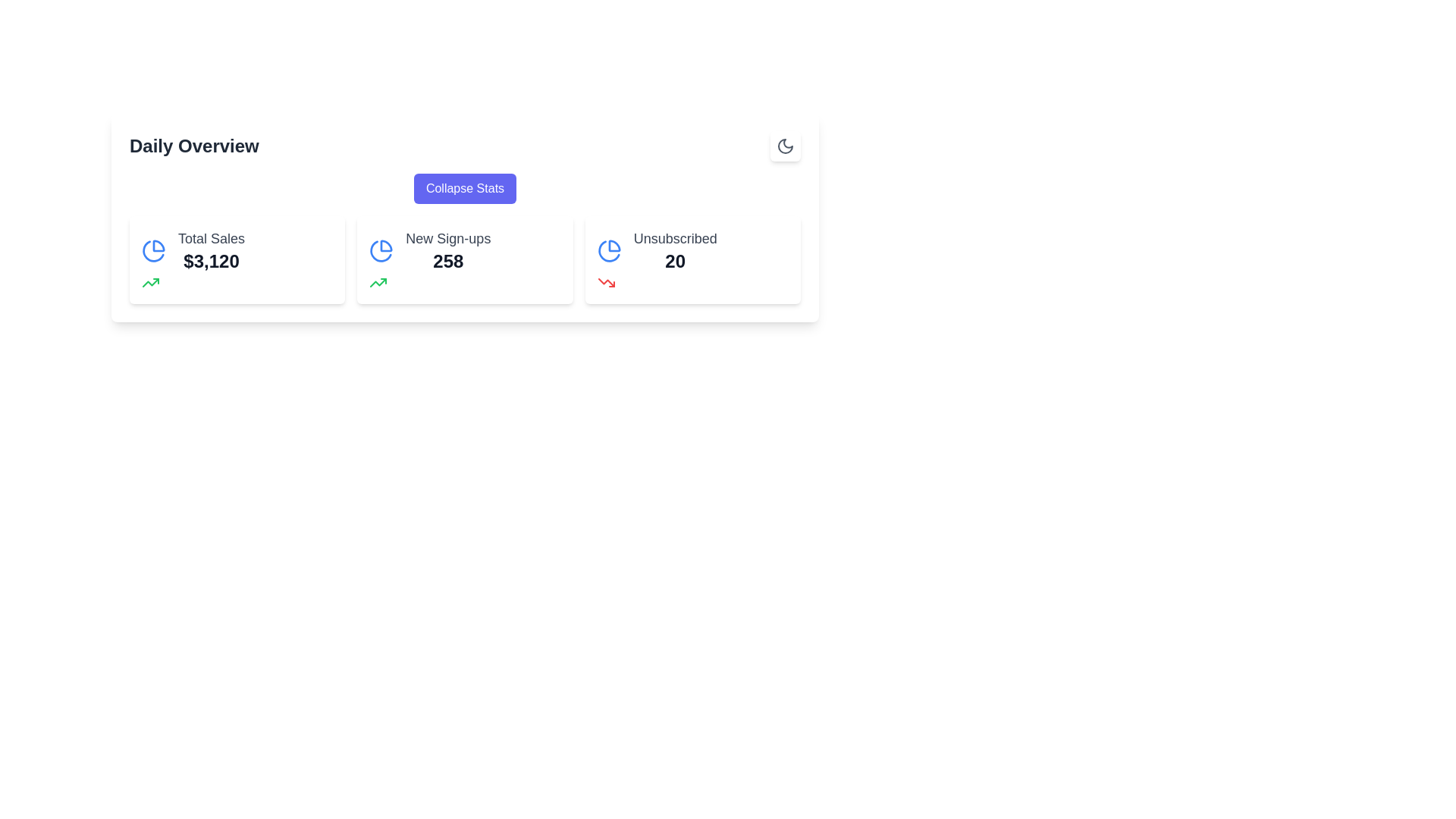 The width and height of the screenshot is (1456, 819). What do you see at coordinates (464, 259) in the screenshot?
I see `the Statistical card displaying the number of new sign-ups (value '258') located in the middle of the grid layout within the 'Collapse Stats' section` at bounding box center [464, 259].